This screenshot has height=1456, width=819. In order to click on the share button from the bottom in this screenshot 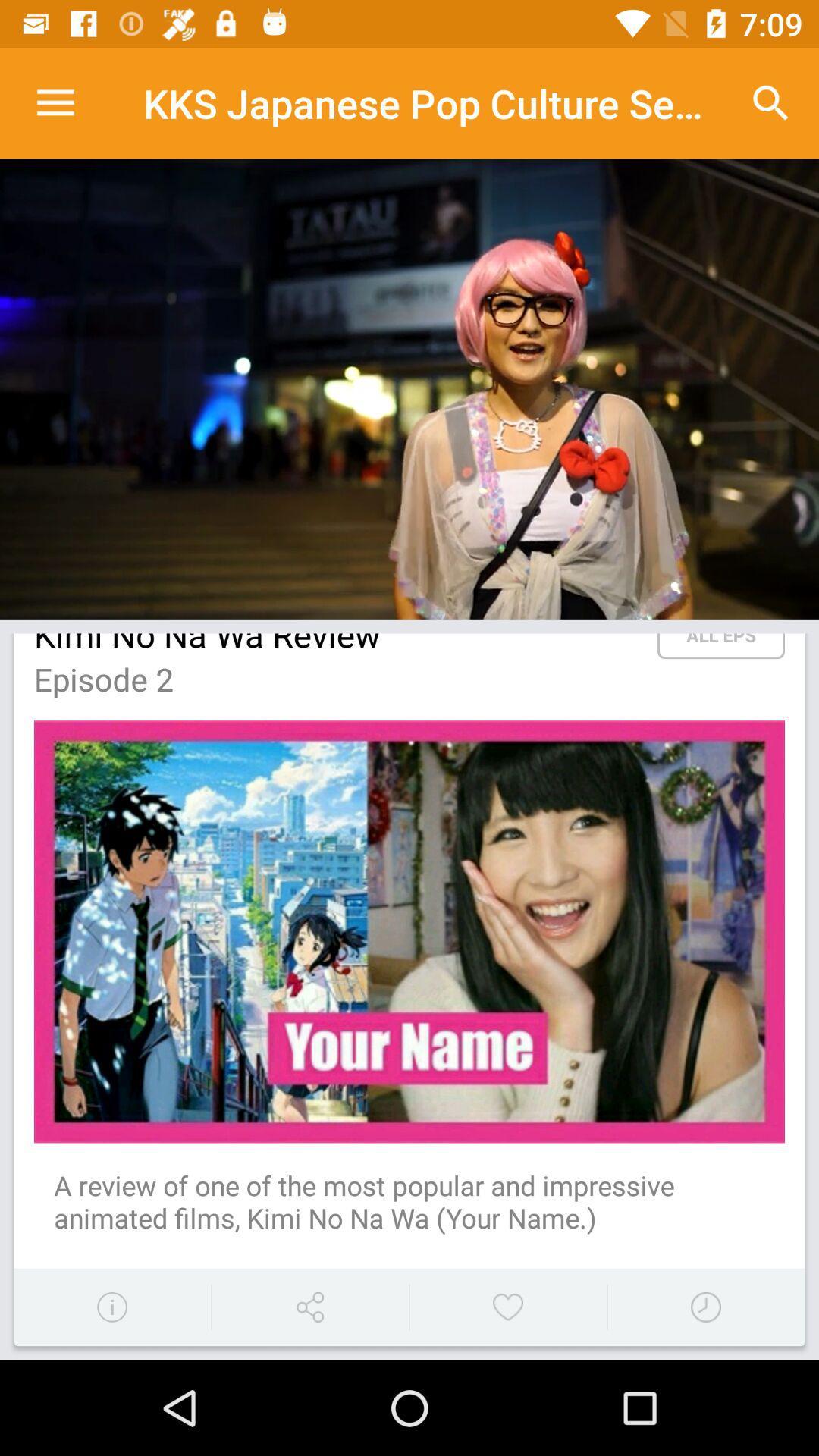, I will do `click(309, 1306)`.